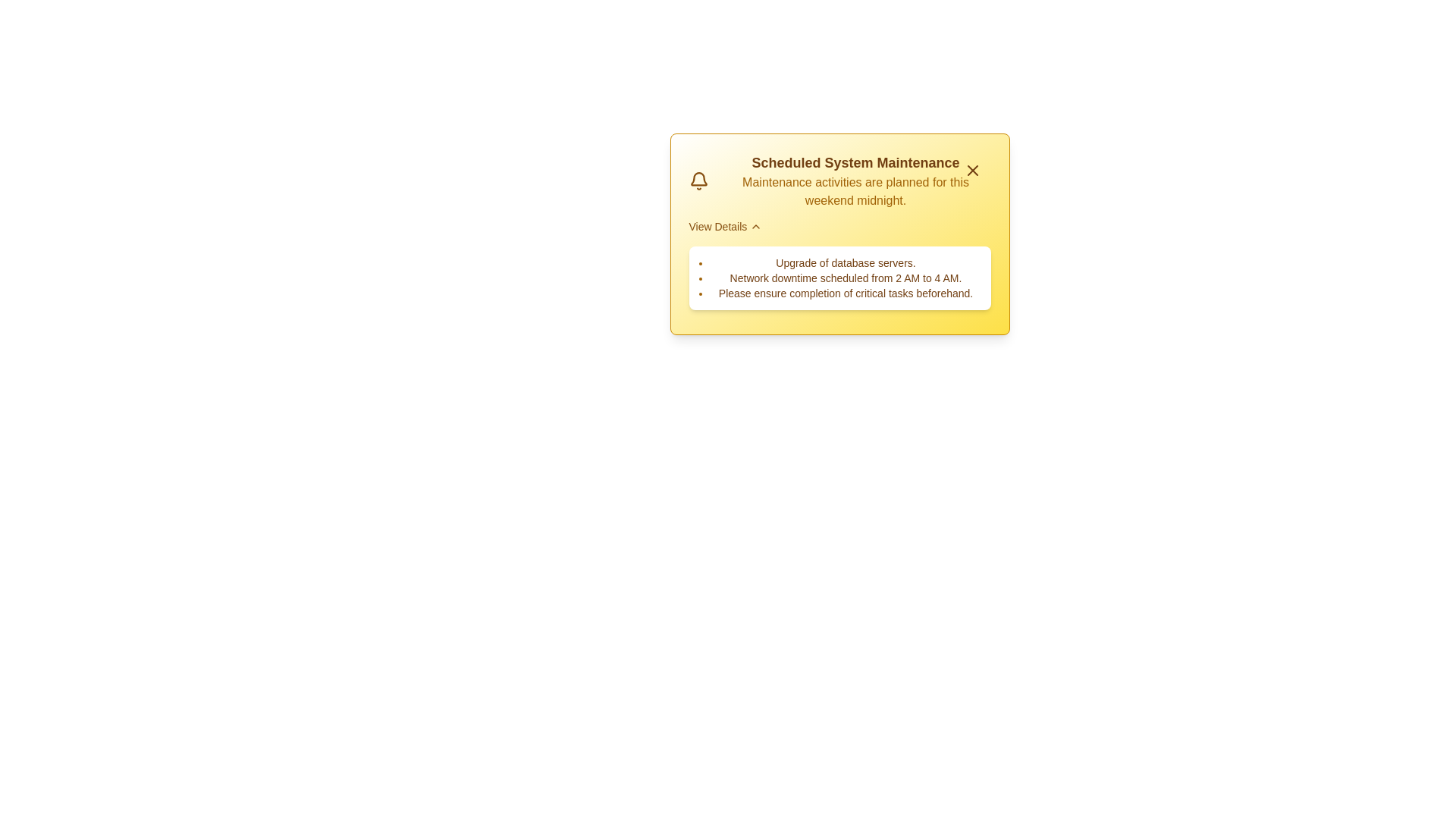  What do you see at coordinates (723, 227) in the screenshot?
I see `the 'View Details' button to toggle the details section` at bounding box center [723, 227].